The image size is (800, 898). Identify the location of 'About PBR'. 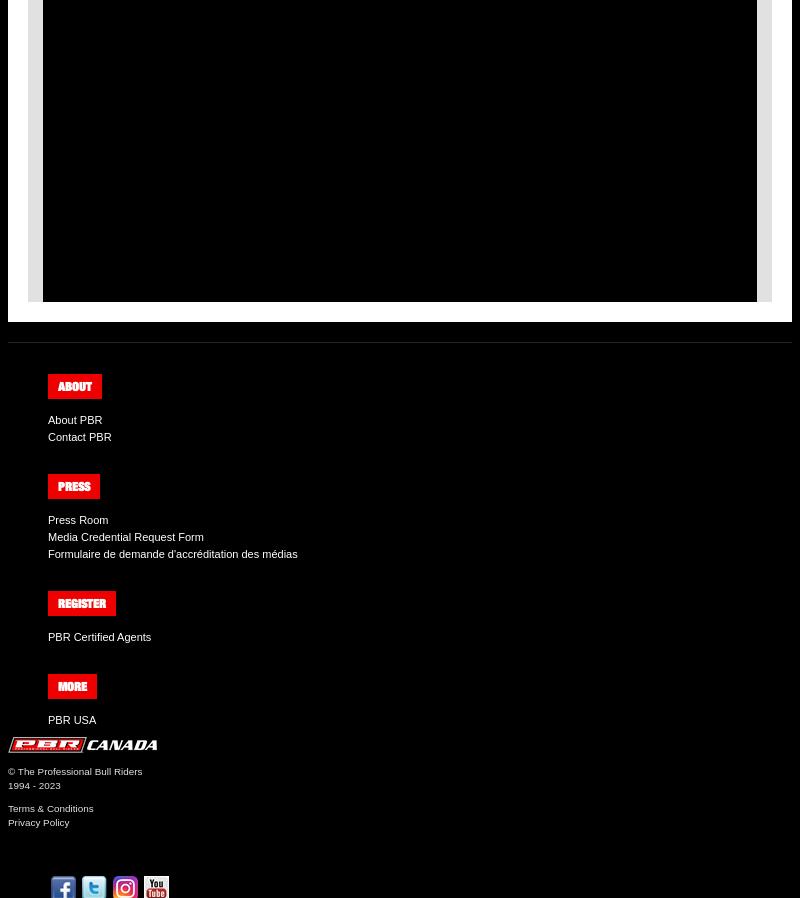
(75, 419).